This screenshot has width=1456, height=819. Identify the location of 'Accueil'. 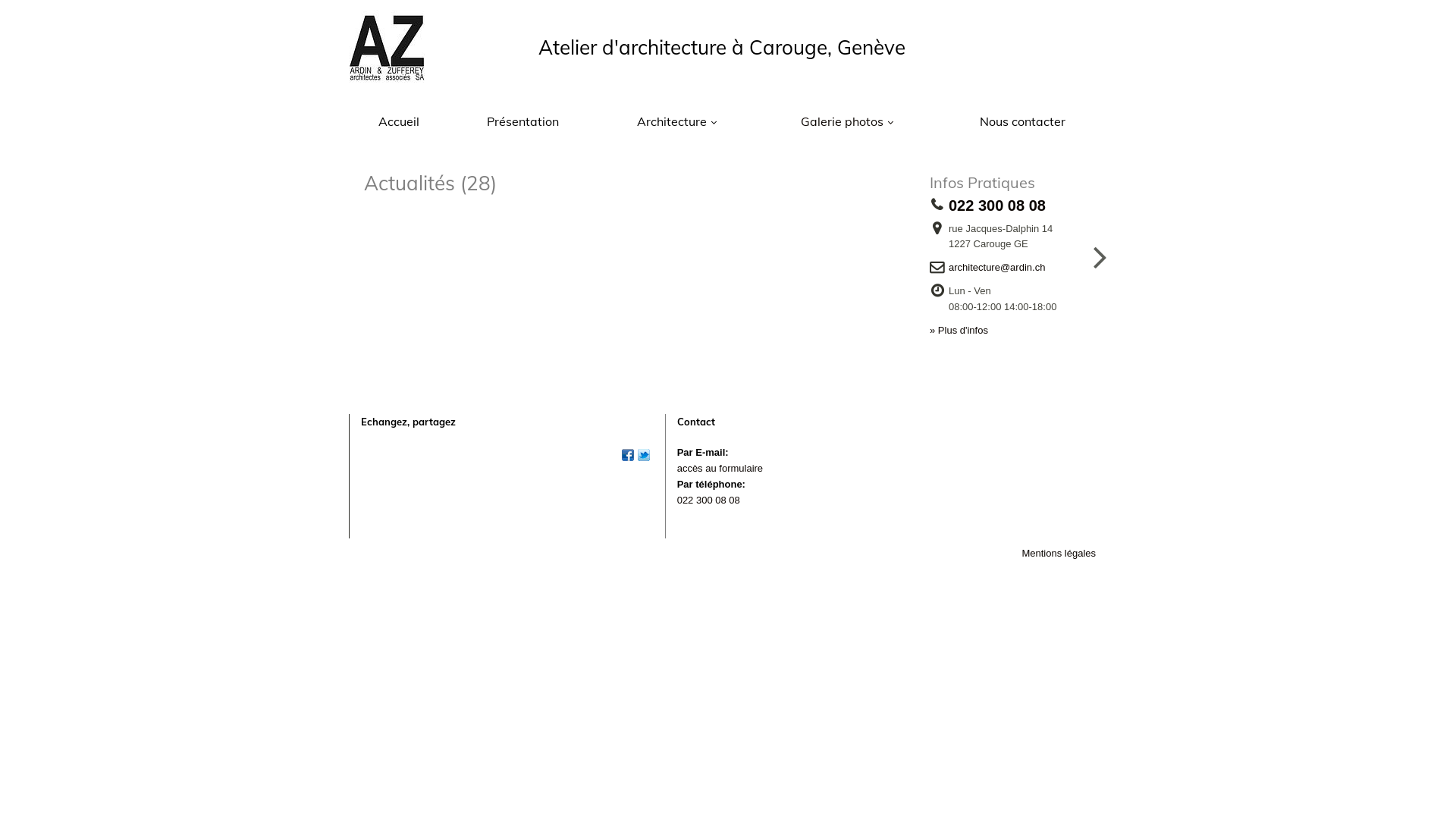
(398, 121).